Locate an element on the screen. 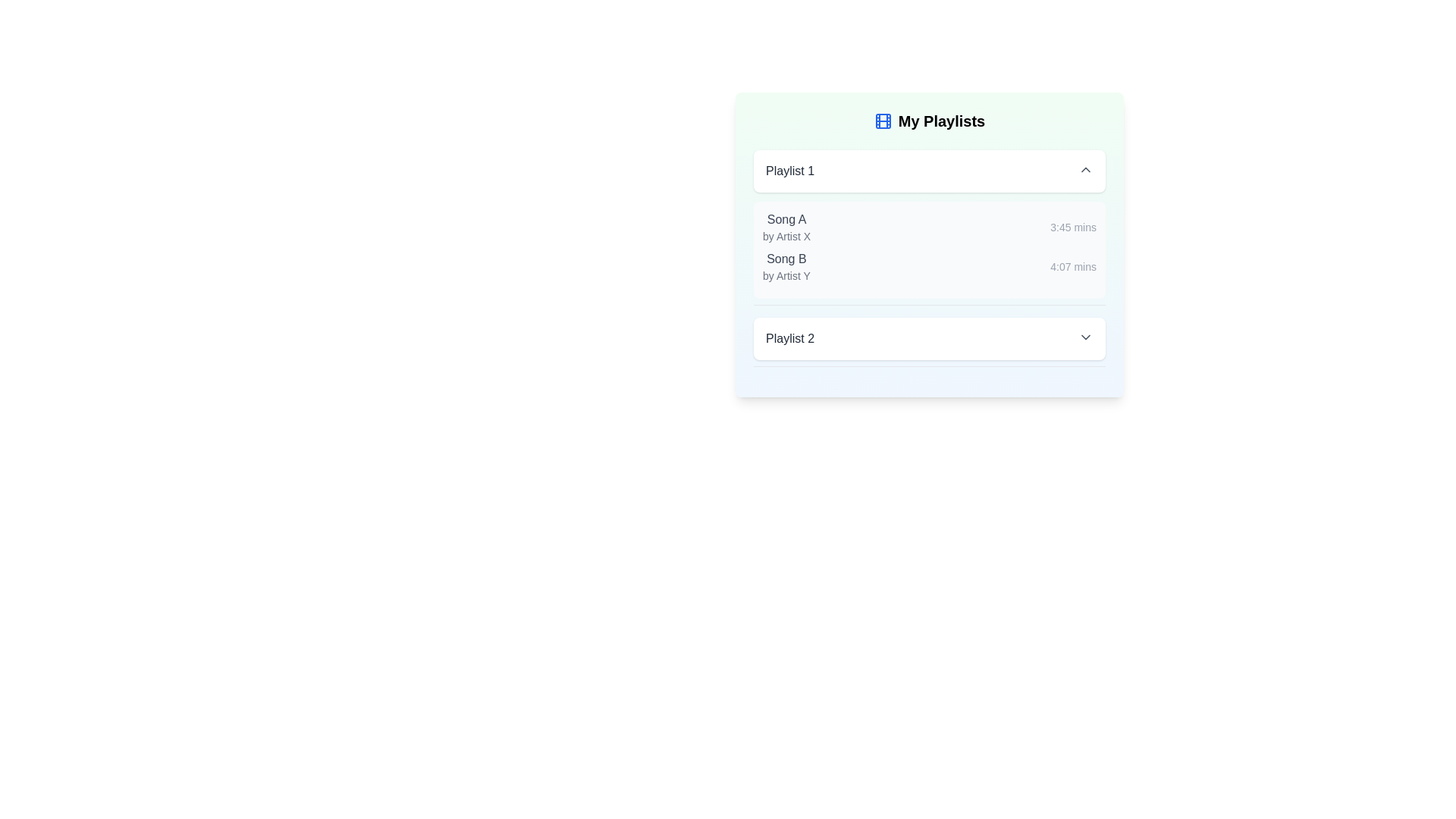 Image resolution: width=1456 pixels, height=819 pixels. the text group displaying the song title and artist name, which is the second song in the 'Playlist 1' component is located at coordinates (786, 265).